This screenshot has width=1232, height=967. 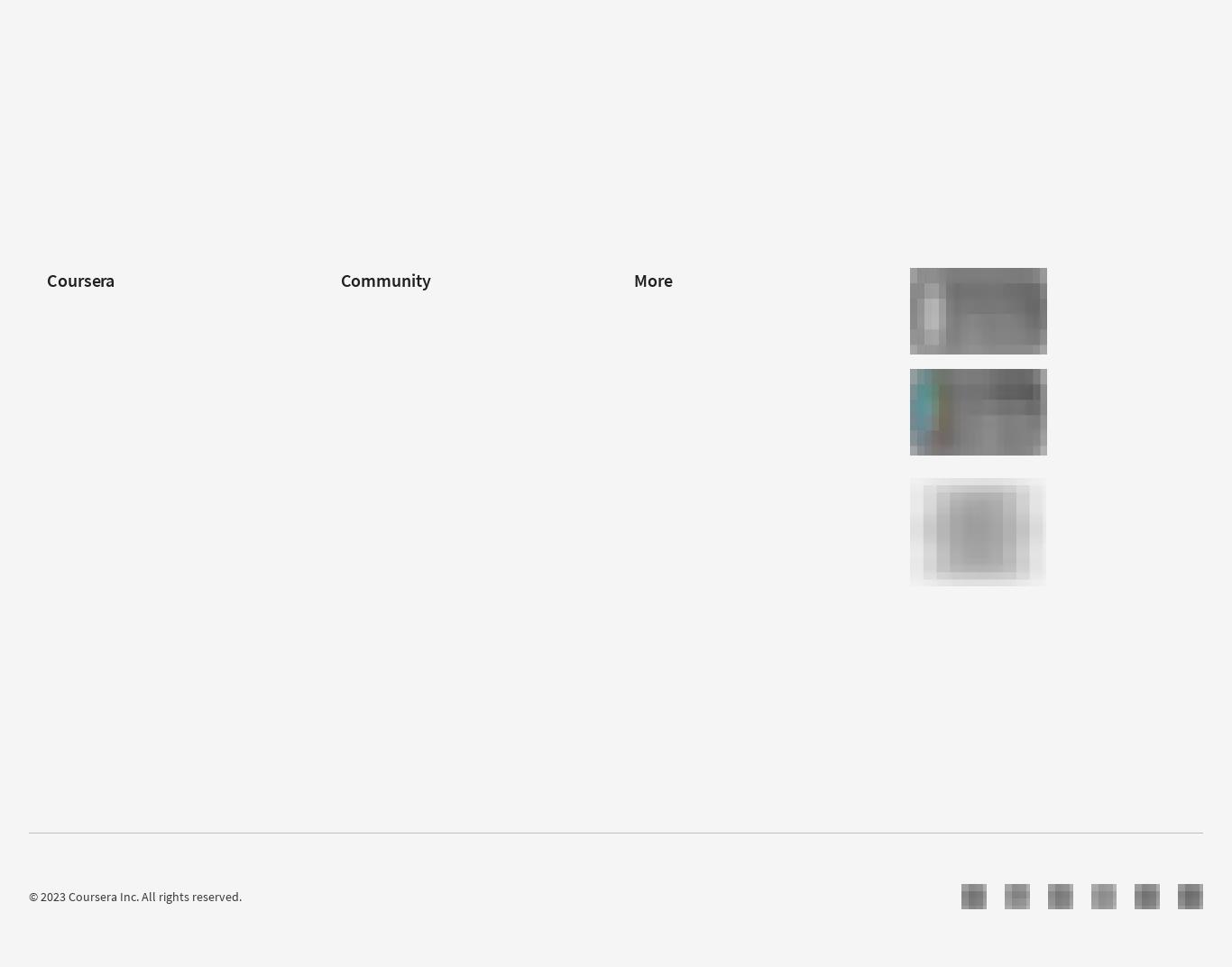 What do you see at coordinates (133, 894) in the screenshot?
I see `'© 2023 Coursera Inc. All rights reserved.'` at bounding box center [133, 894].